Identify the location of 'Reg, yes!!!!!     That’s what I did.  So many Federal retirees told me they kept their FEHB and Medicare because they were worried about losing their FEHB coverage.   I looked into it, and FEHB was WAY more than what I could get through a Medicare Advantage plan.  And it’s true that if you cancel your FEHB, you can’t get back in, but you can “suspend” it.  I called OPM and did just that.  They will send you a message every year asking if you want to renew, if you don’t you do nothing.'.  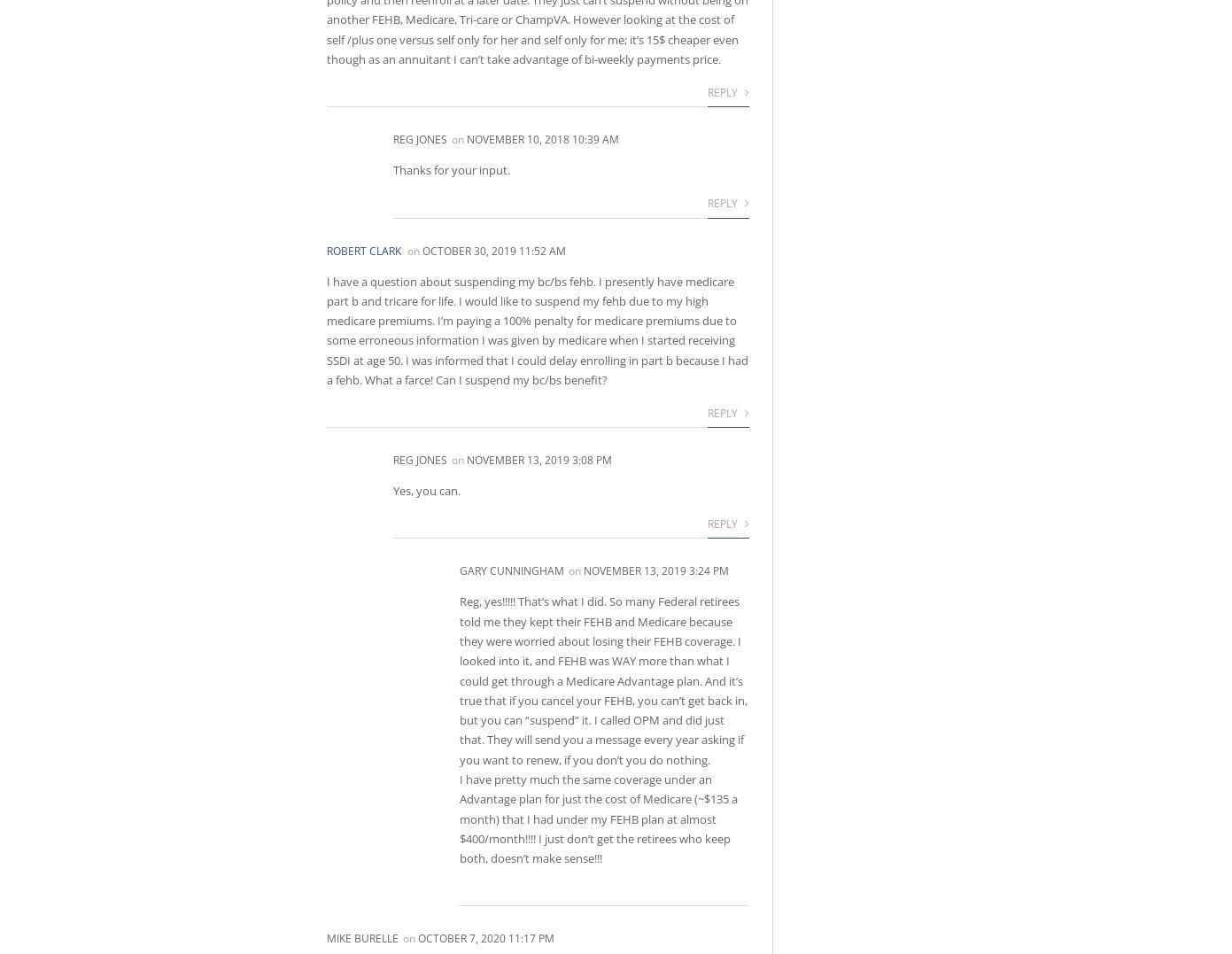
(603, 679).